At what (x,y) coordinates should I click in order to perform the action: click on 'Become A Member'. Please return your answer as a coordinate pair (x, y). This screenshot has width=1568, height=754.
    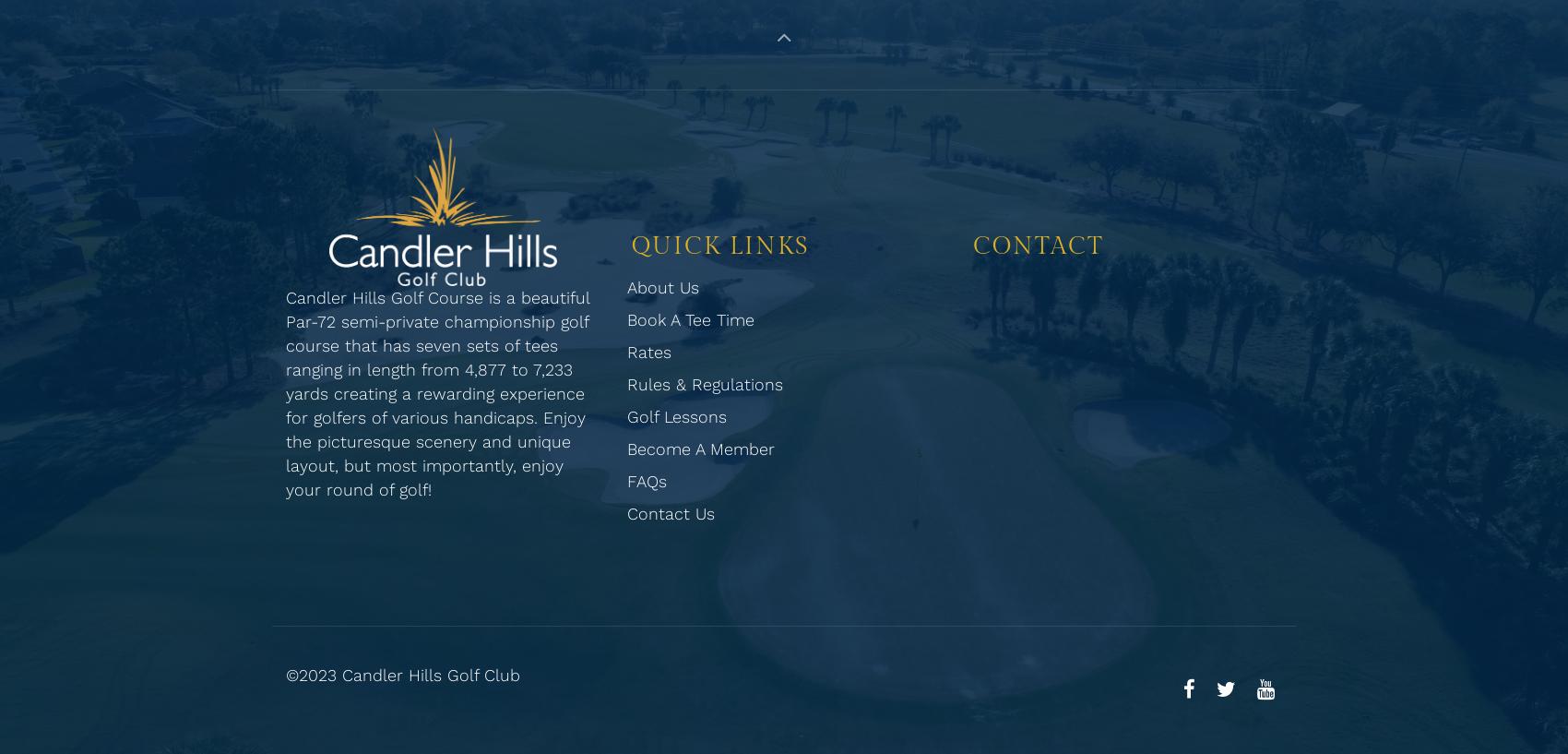
    Looking at the image, I should click on (700, 448).